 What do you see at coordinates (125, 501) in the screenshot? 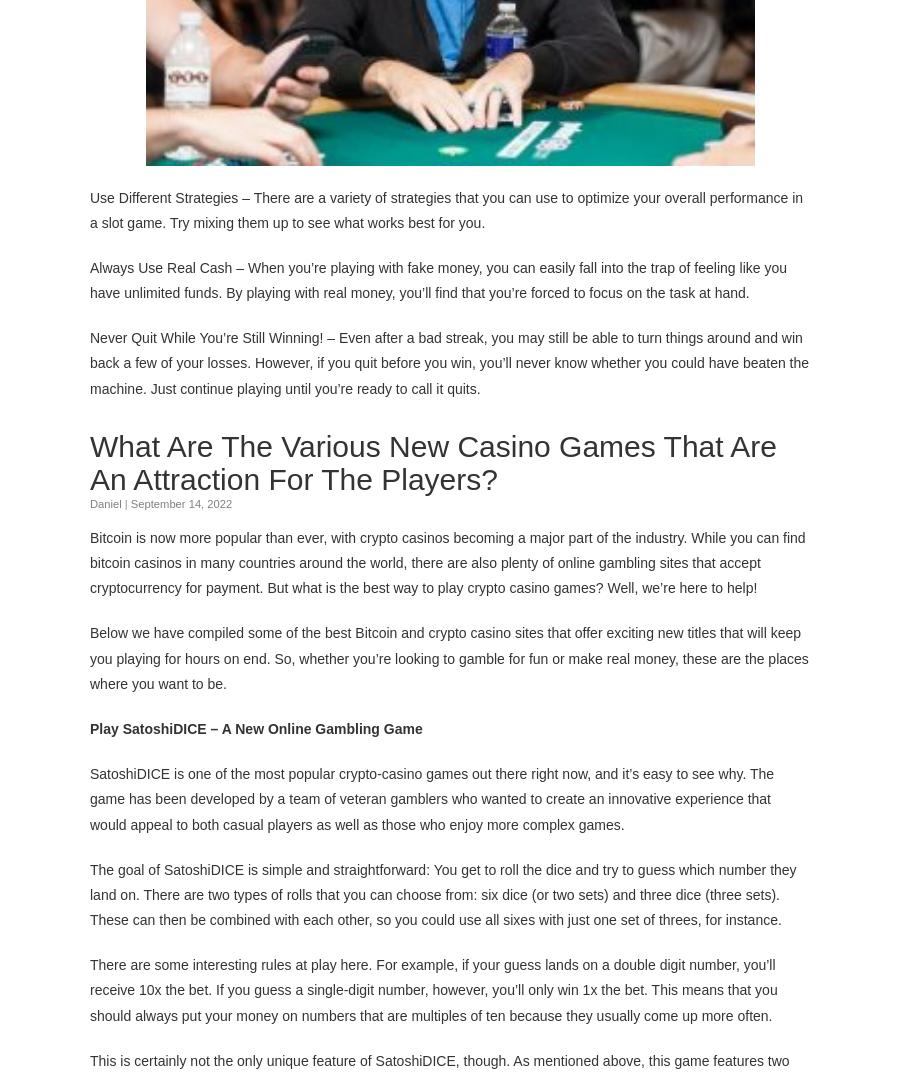
I see `'|'` at bounding box center [125, 501].